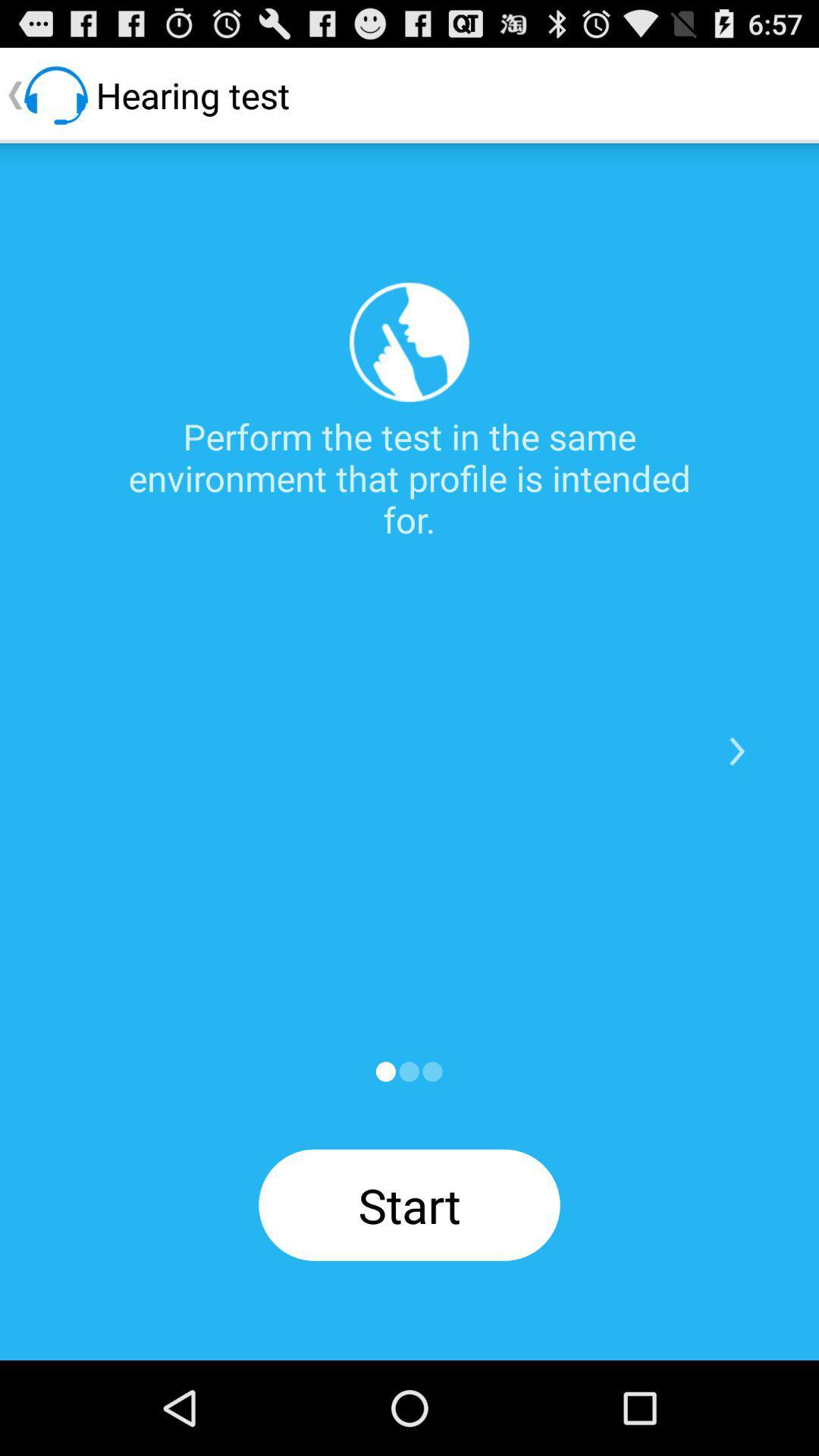 The height and width of the screenshot is (1456, 819). I want to click on next button, so click(736, 752).